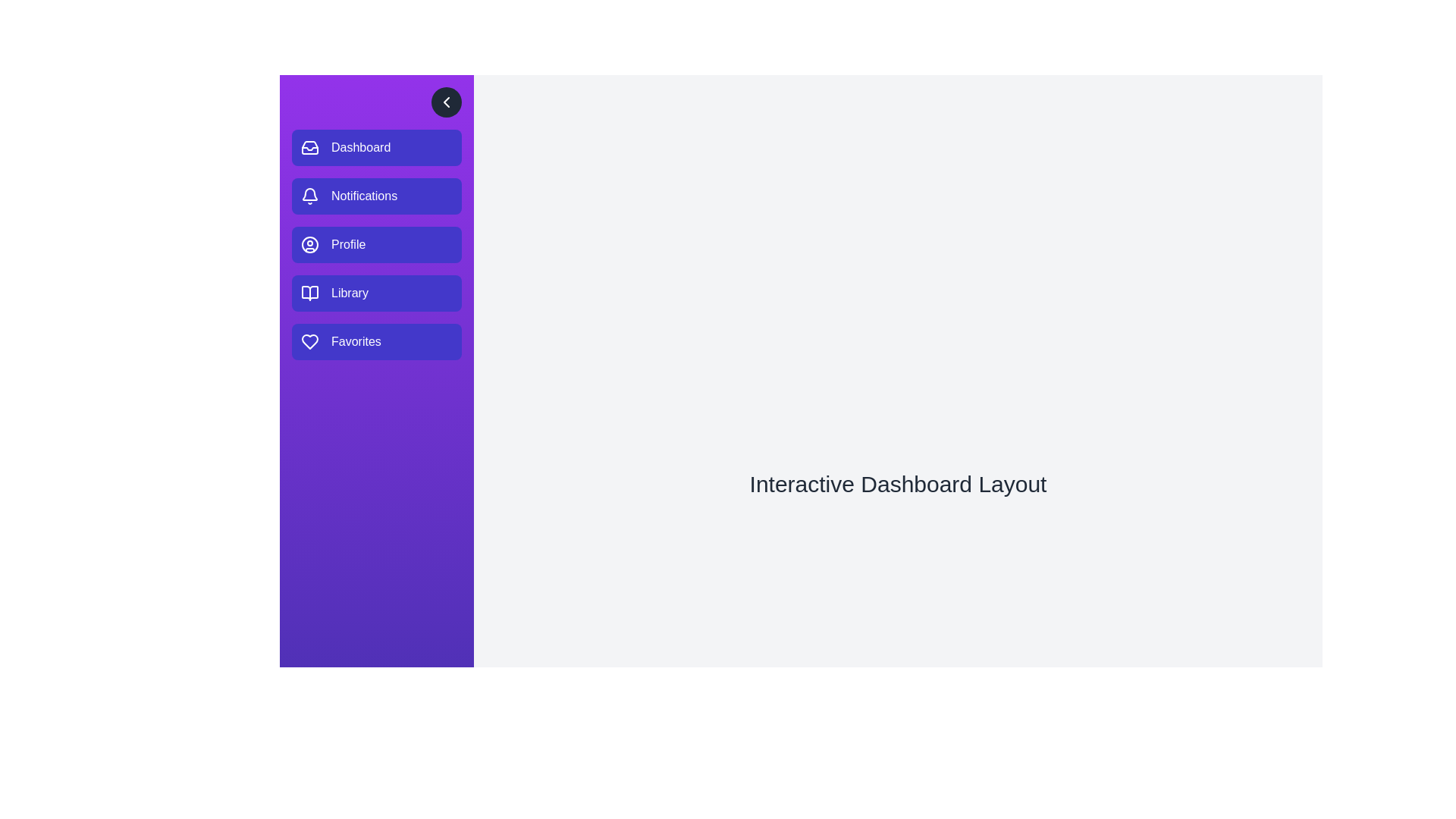 The image size is (1456, 819). What do you see at coordinates (377, 293) in the screenshot?
I see `the menu item labeled Library` at bounding box center [377, 293].